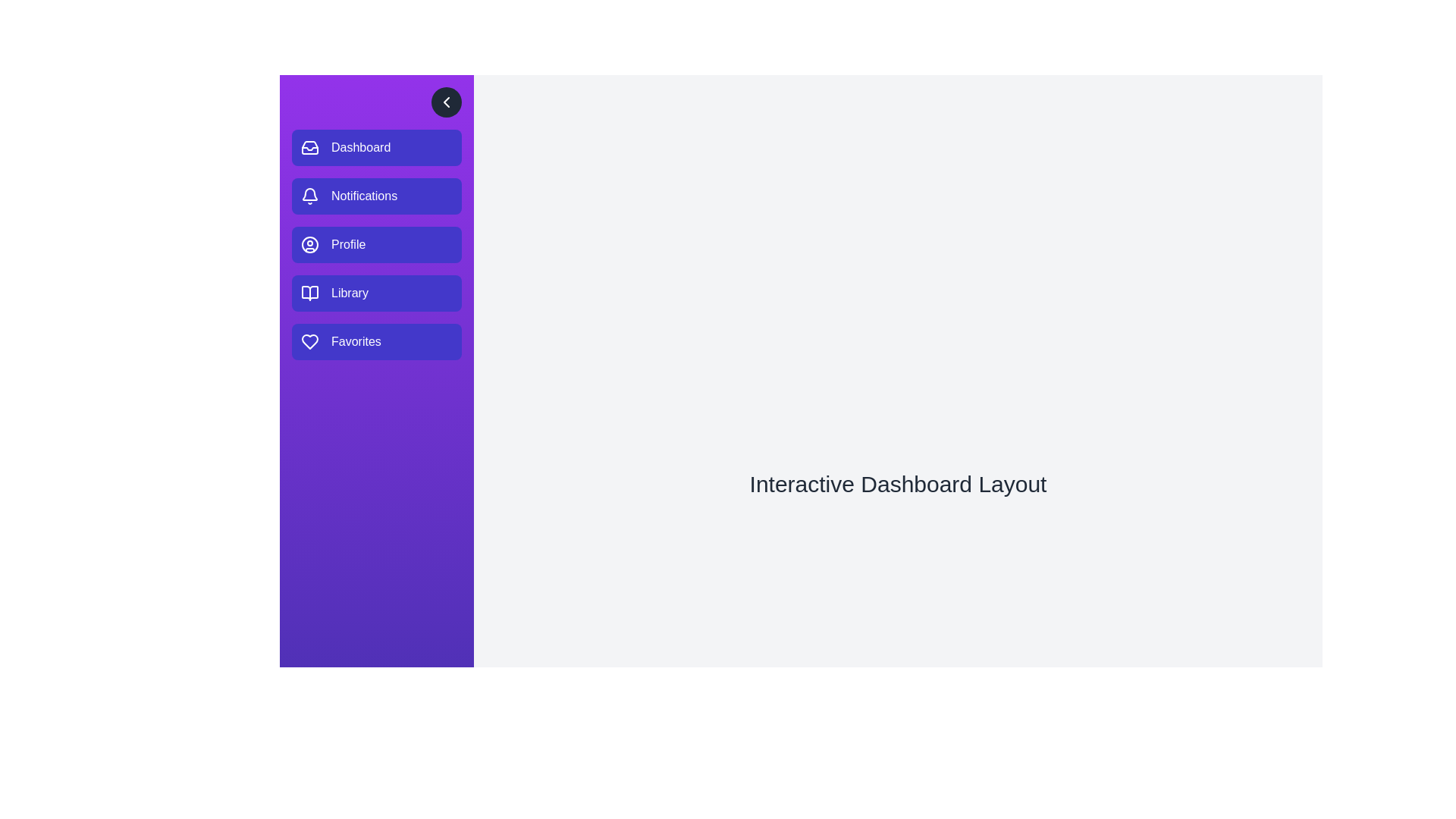 The image size is (1456, 819). What do you see at coordinates (377, 293) in the screenshot?
I see `the menu item labeled Library` at bounding box center [377, 293].